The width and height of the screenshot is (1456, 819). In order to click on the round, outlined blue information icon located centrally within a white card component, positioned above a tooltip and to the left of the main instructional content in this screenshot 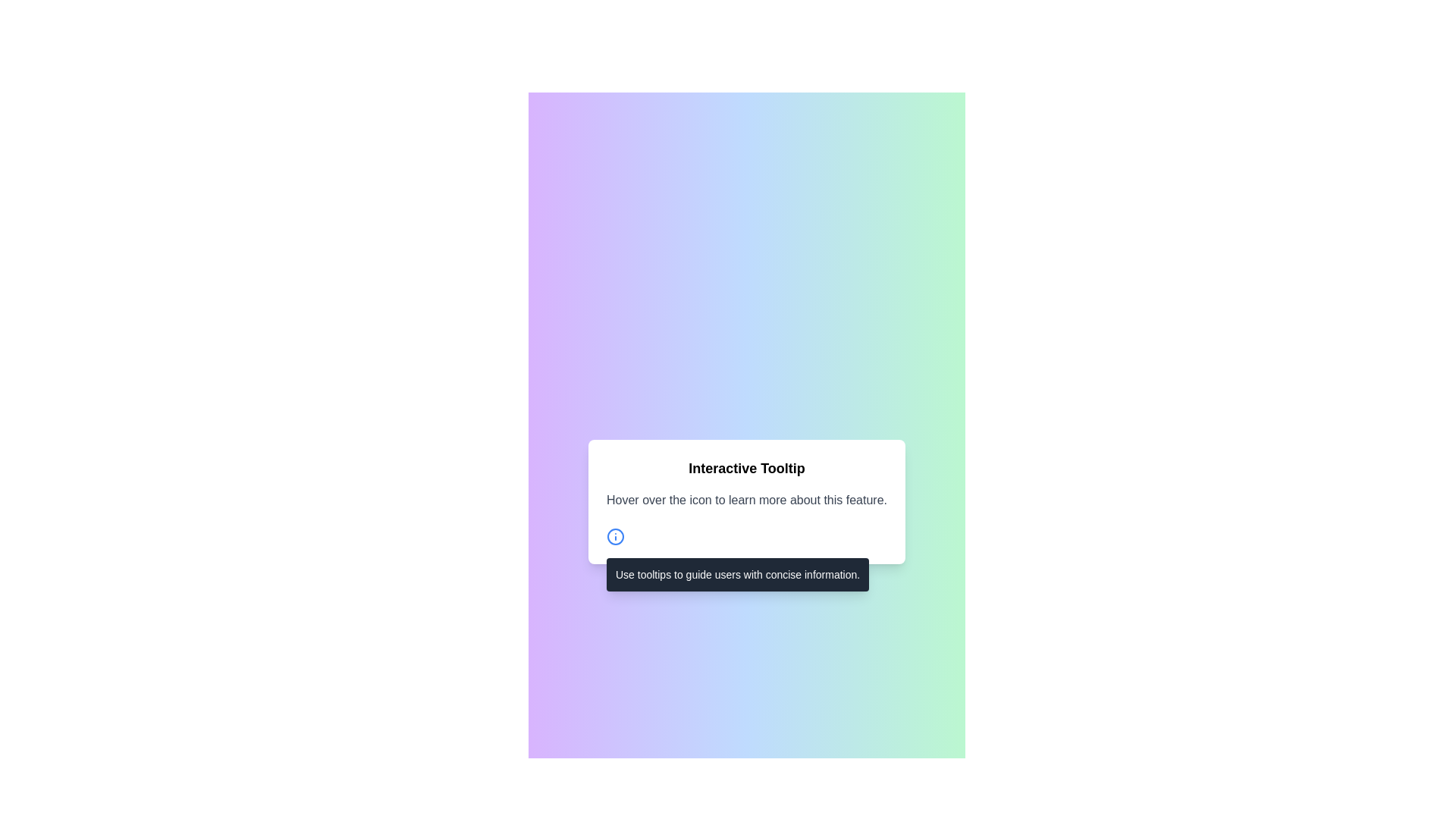, I will do `click(615, 536)`.